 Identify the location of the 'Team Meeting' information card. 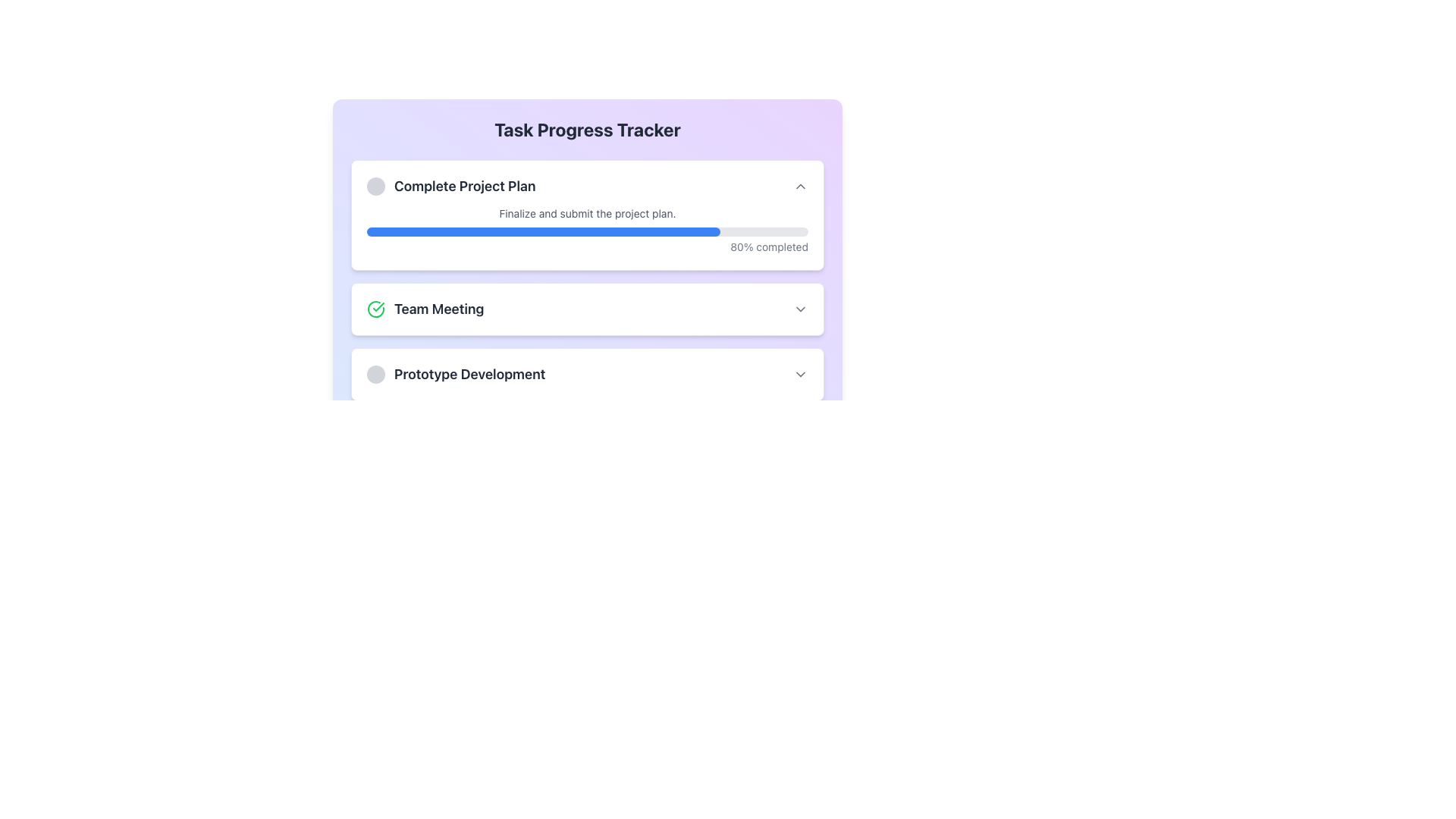
(586, 309).